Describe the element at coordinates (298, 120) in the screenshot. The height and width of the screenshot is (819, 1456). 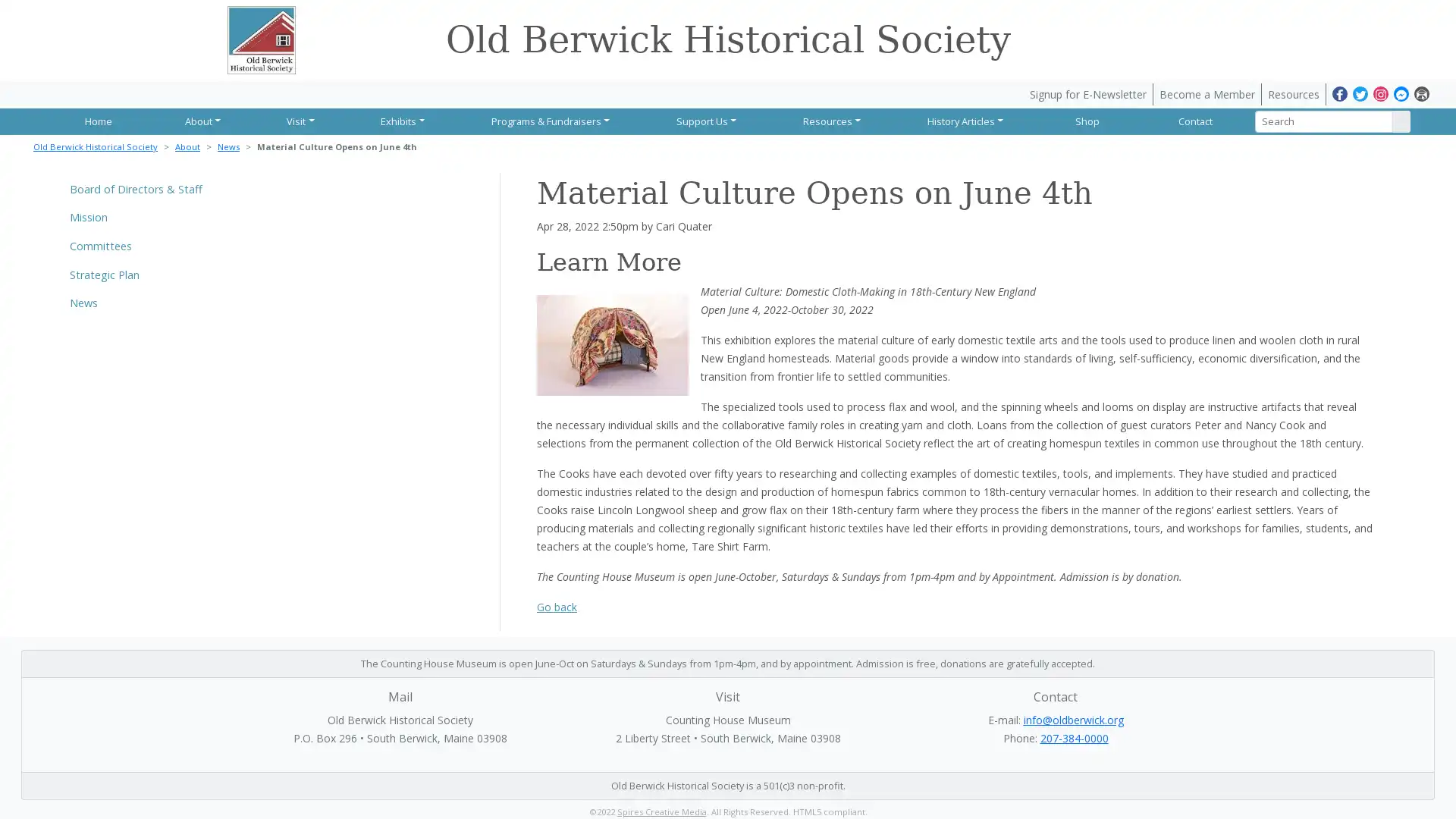
I see `Visit` at that location.